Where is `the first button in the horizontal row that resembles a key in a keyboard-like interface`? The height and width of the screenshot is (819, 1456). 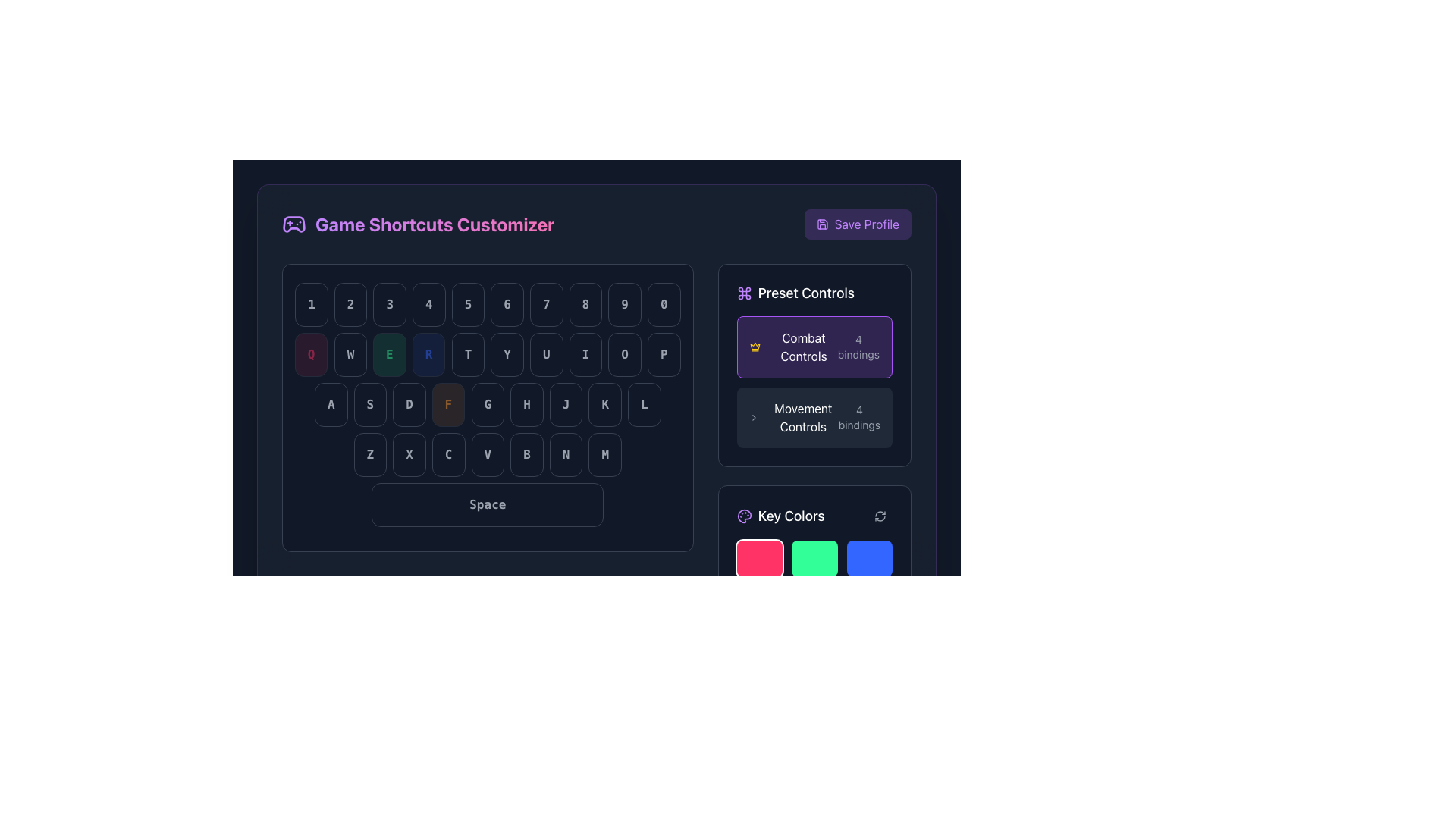
the first button in the horizontal row that resembles a key in a keyboard-like interface is located at coordinates (330, 403).